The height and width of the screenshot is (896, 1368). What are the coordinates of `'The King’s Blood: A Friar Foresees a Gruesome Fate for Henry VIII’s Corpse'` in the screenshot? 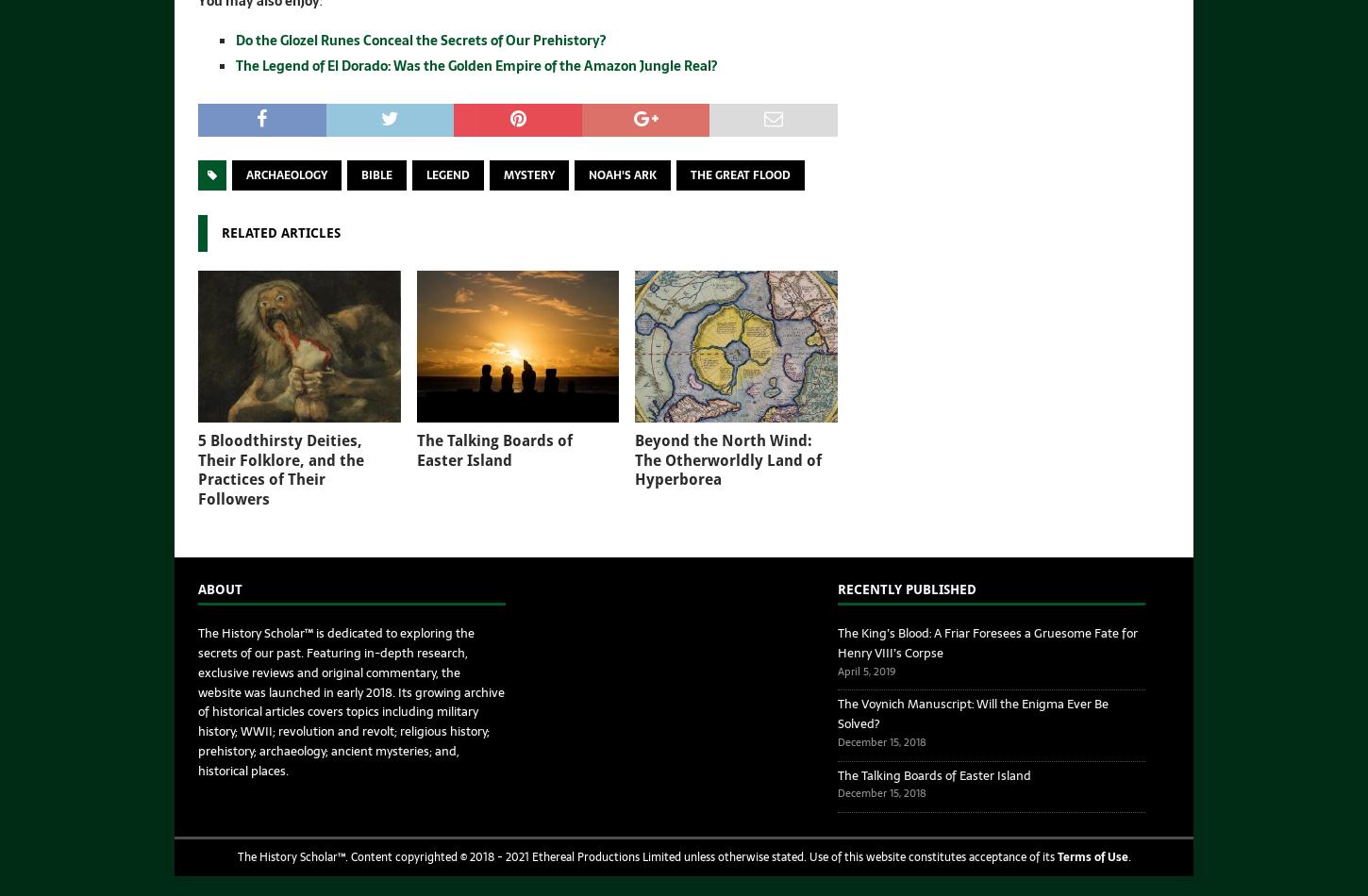 It's located at (987, 643).